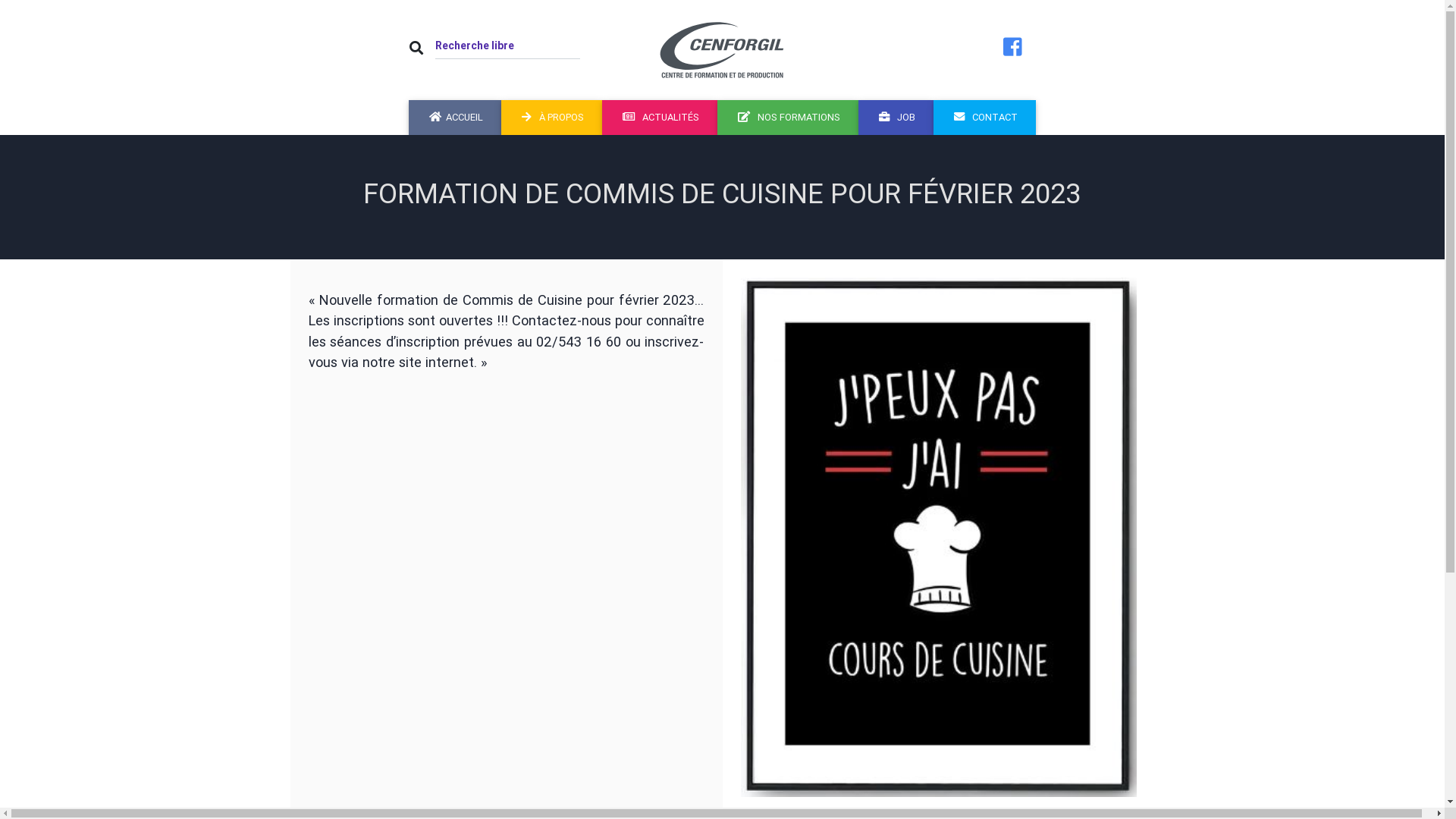 The image size is (1456, 819). What do you see at coordinates (896, 116) in the screenshot?
I see `'JOB'` at bounding box center [896, 116].